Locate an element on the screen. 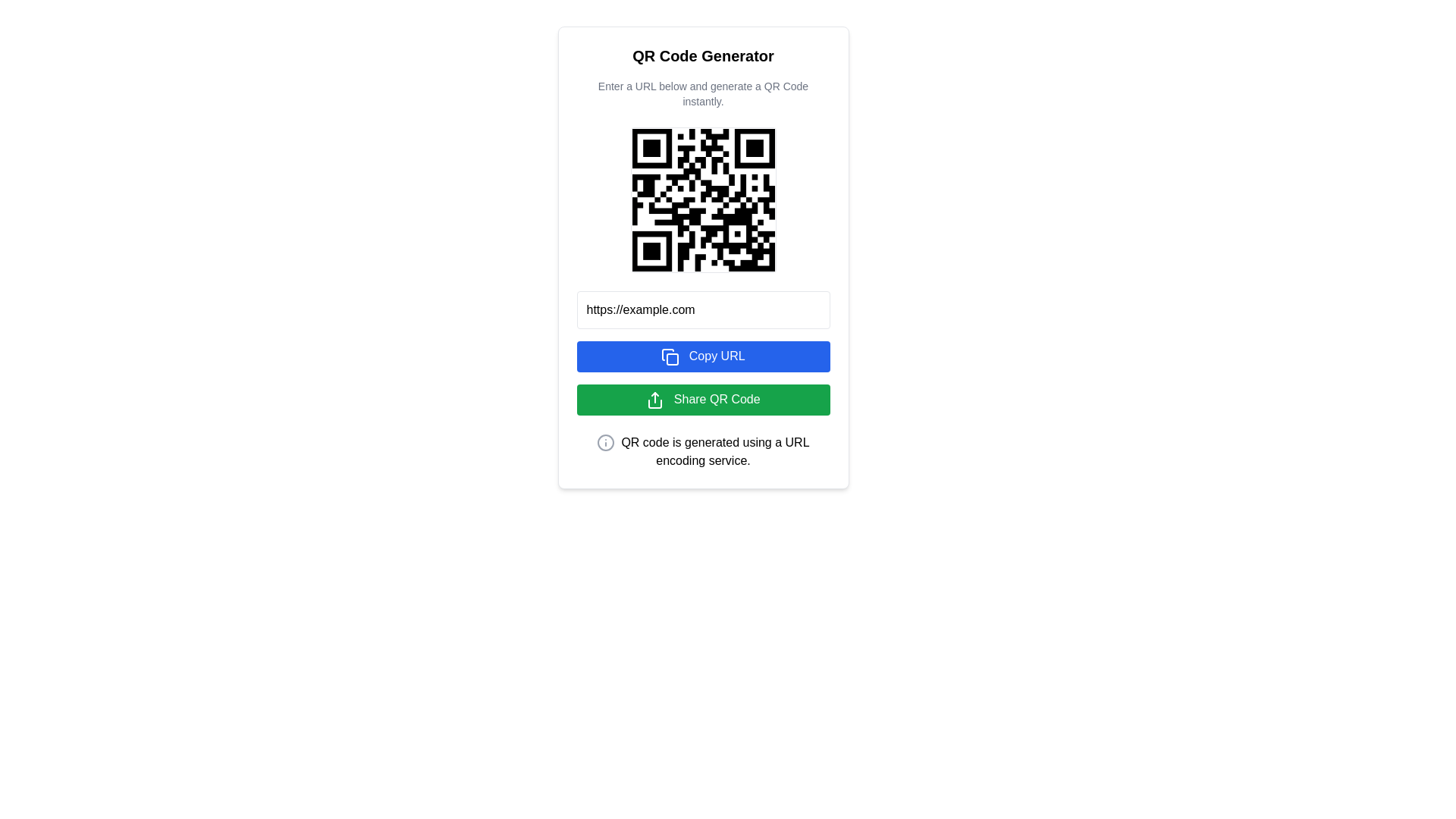  the blue 'Copy URL' button with rounded corners, located beneath the URL input field, to copy the URL is located at coordinates (702, 356).